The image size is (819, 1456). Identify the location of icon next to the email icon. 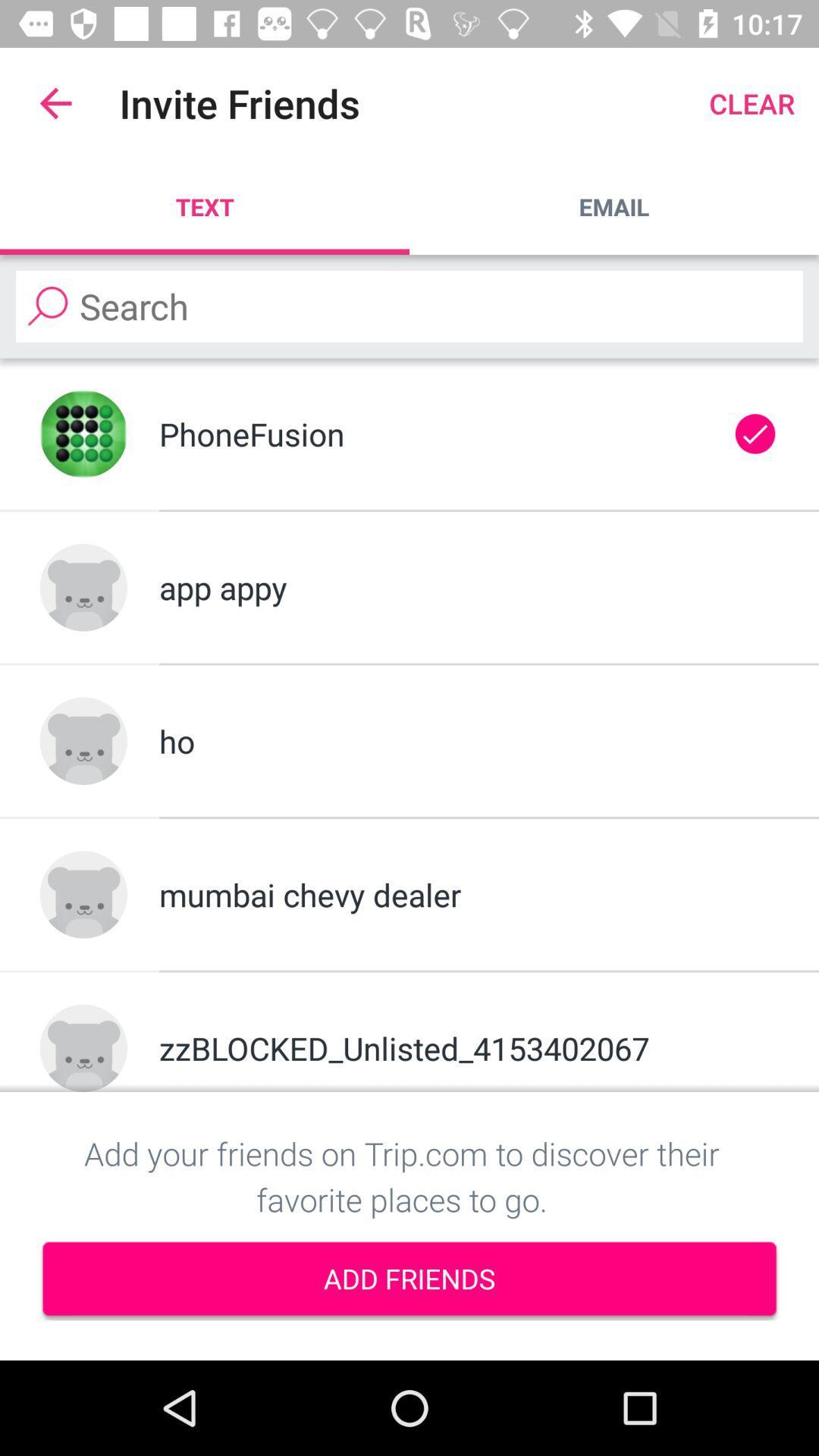
(205, 206).